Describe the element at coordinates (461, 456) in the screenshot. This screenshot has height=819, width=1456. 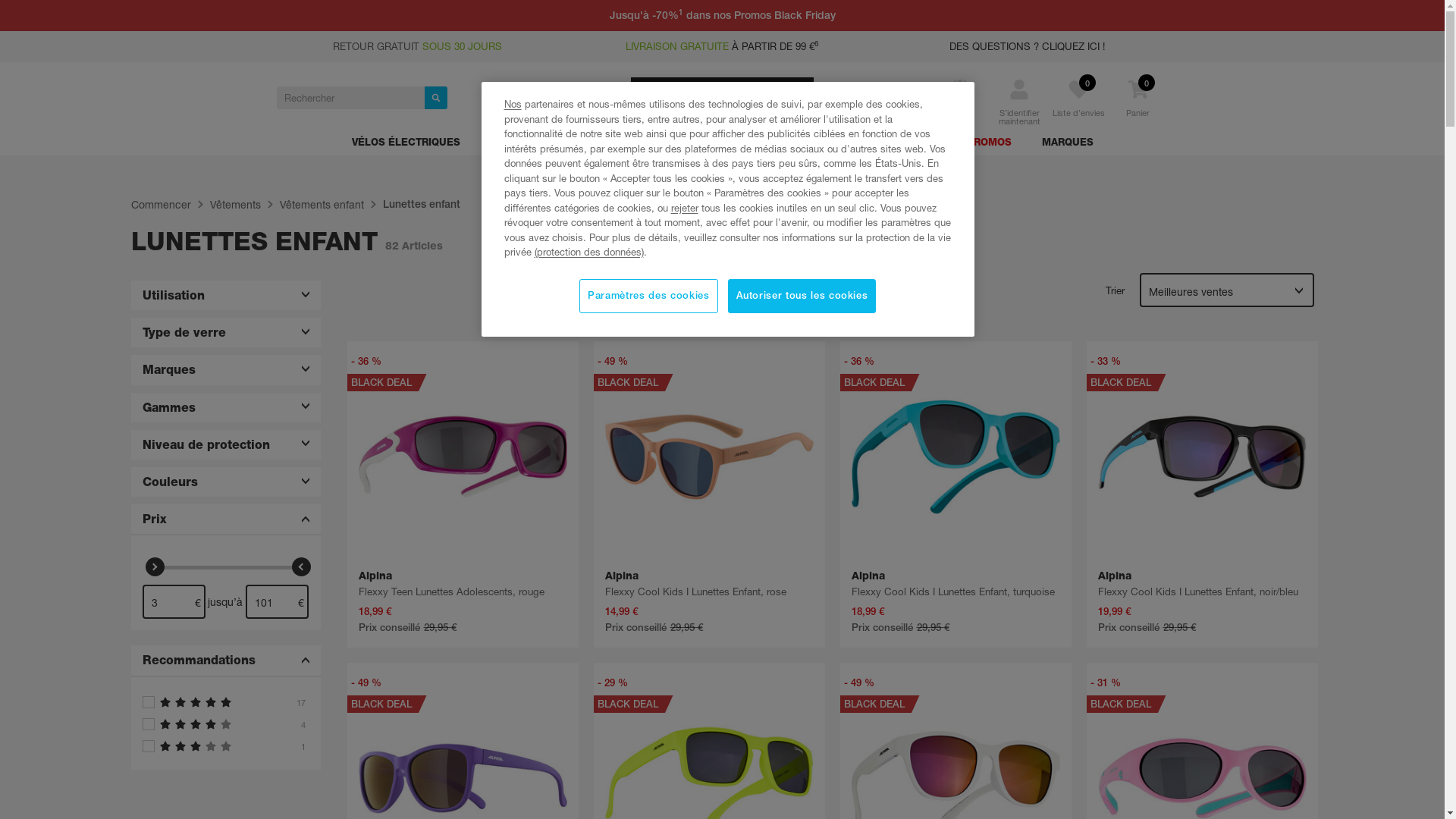
I see `'Alpina Flexxy Teen Lunettes Adolescents, rouge rouge'` at that location.